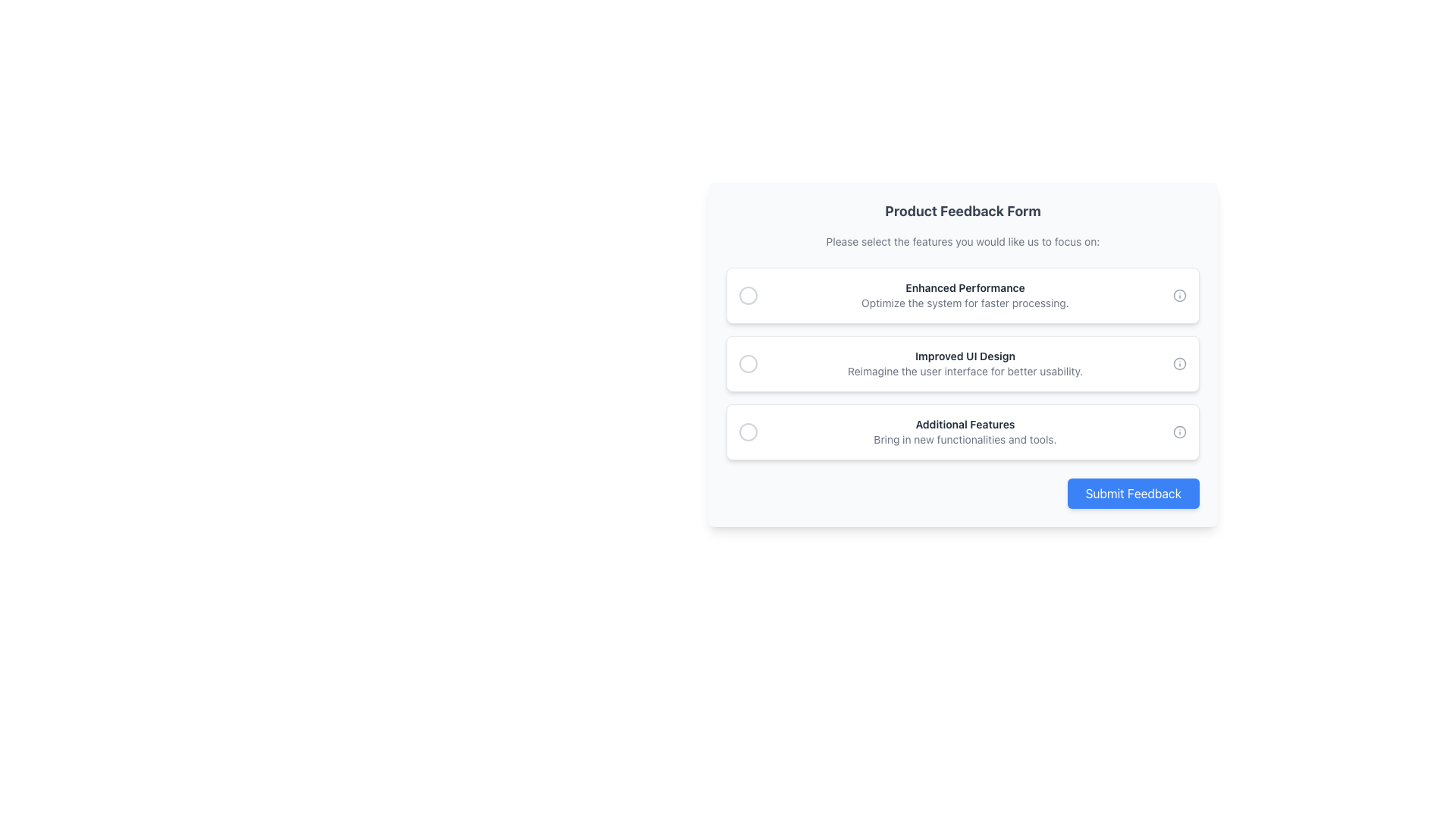  What do you see at coordinates (1133, 494) in the screenshot?
I see `the submission button for the feedback form, located at the bottom-right corner` at bounding box center [1133, 494].